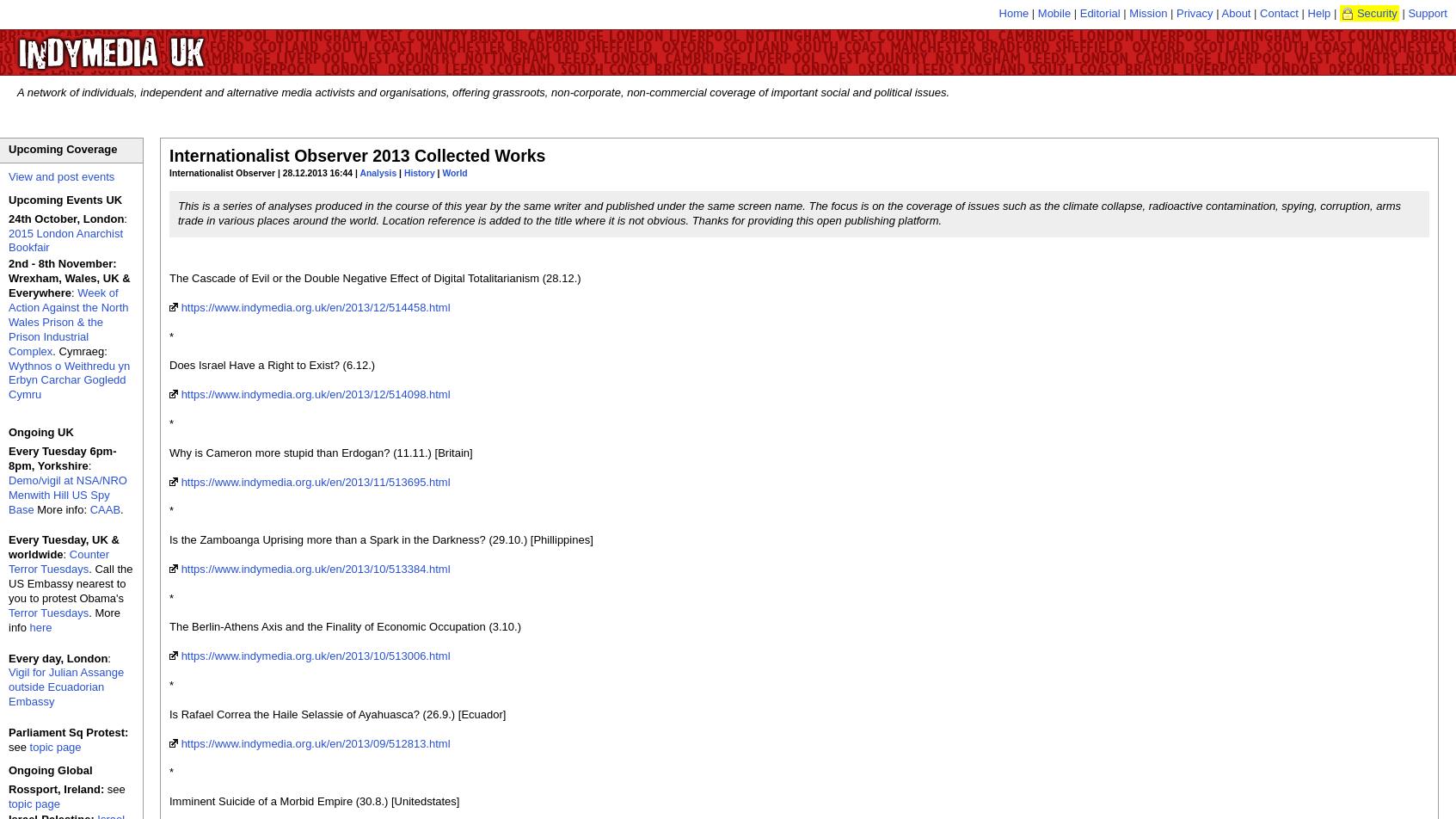 The image size is (1456, 819). What do you see at coordinates (1235, 13) in the screenshot?
I see `'About'` at bounding box center [1235, 13].